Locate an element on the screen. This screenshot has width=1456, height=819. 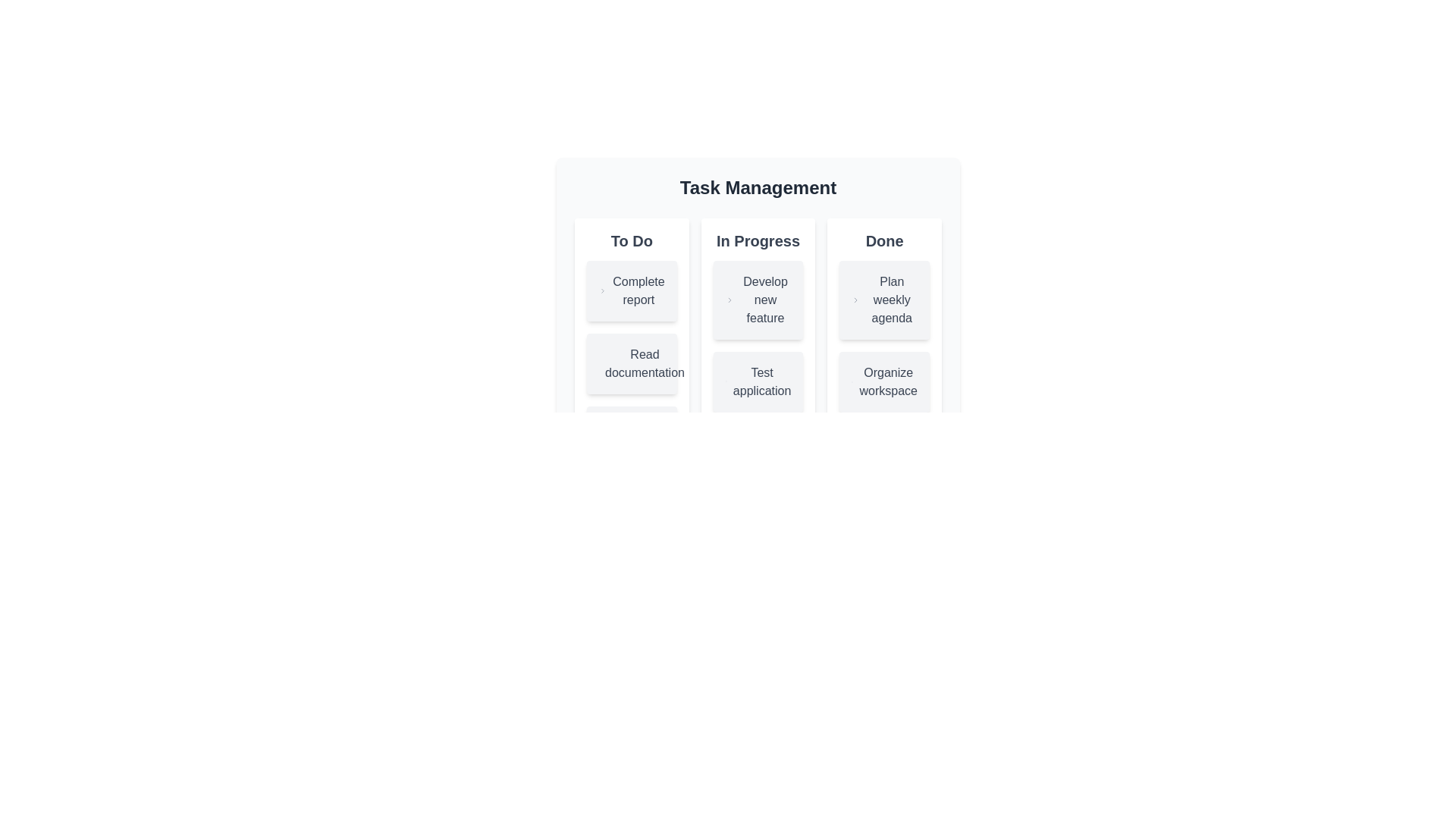
the task card labeled 'Develop new feature' from the 'In Progress' column is located at coordinates (758, 300).